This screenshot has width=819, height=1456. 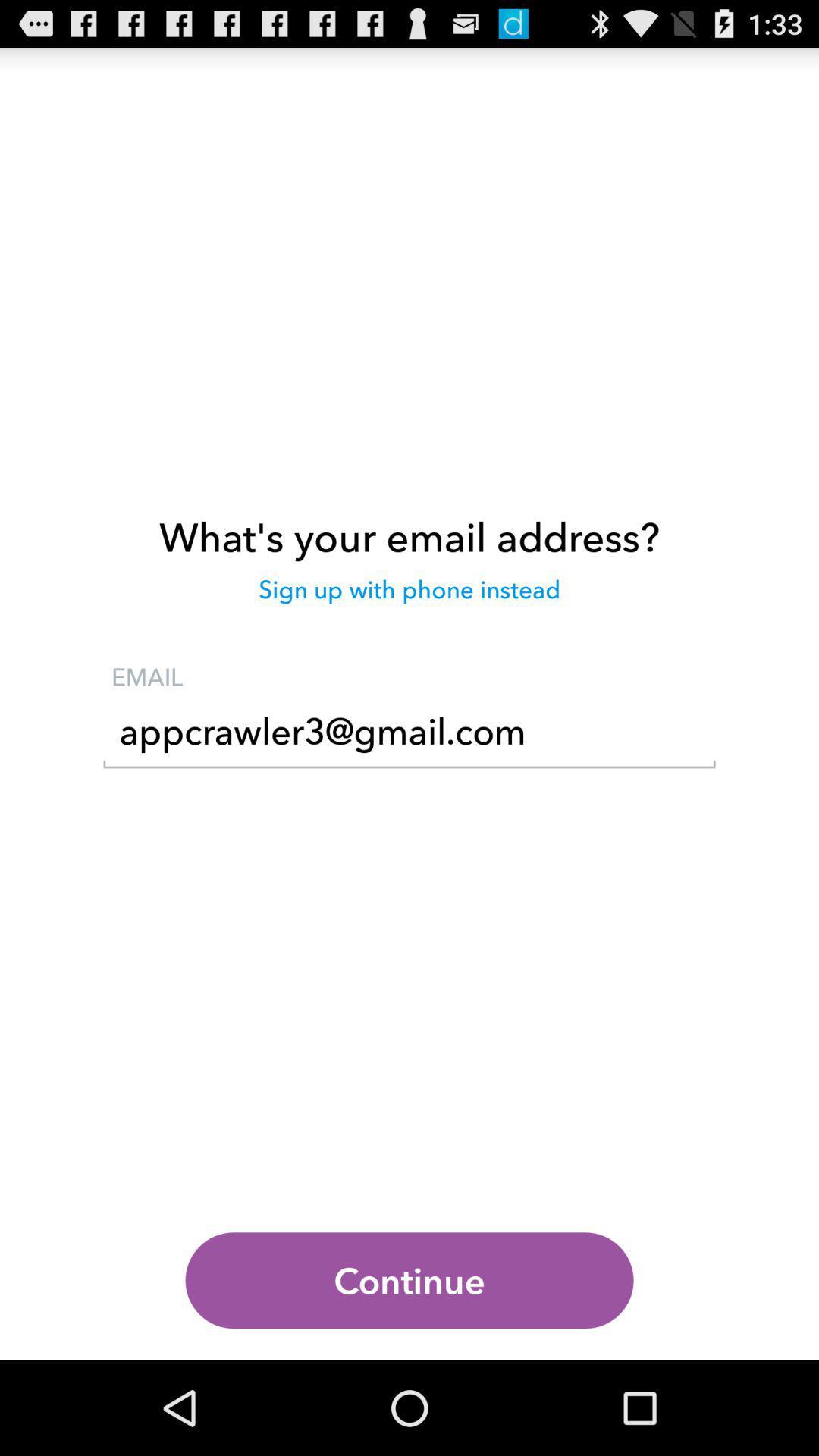 I want to click on sign up with, so click(x=409, y=596).